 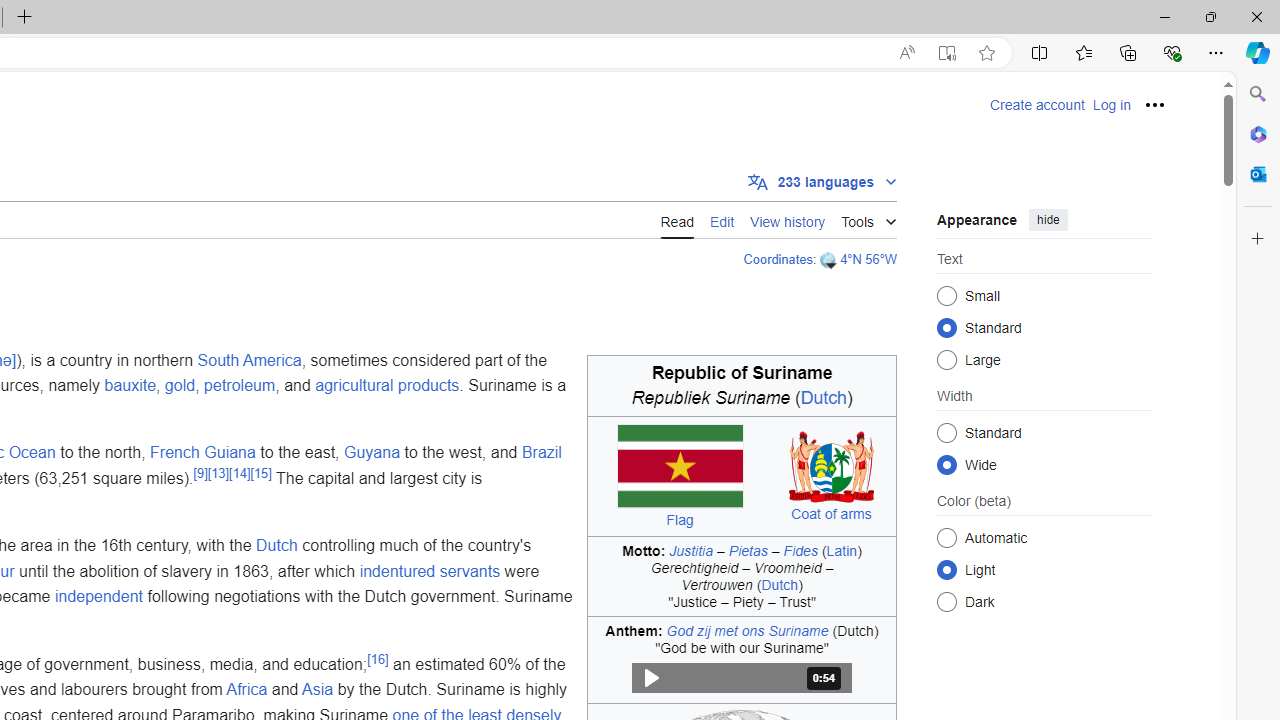 I want to click on 'agricultural products', so click(x=387, y=386).